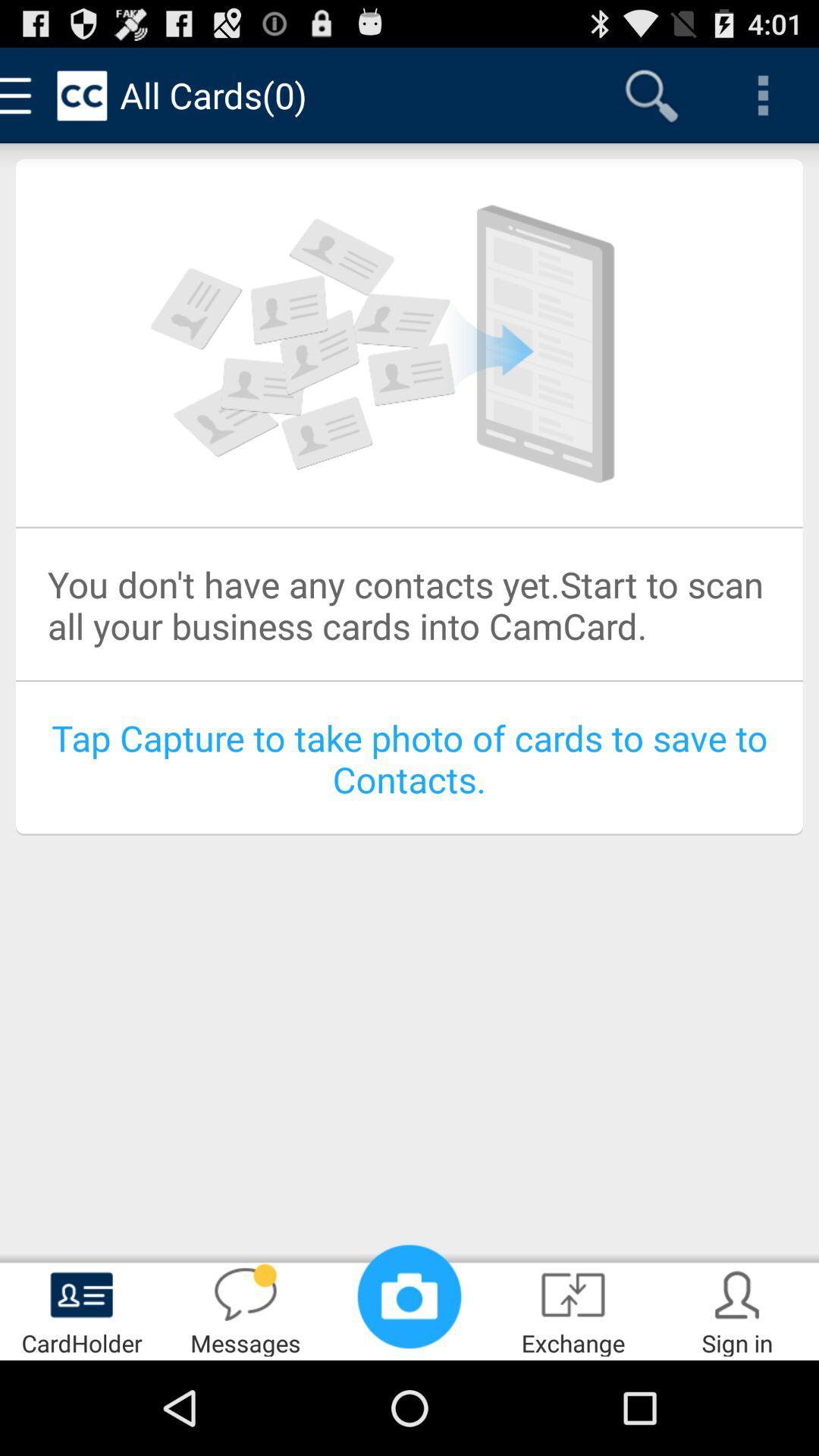  What do you see at coordinates (409, 1295) in the screenshot?
I see `app next to exchange item` at bounding box center [409, 1295].